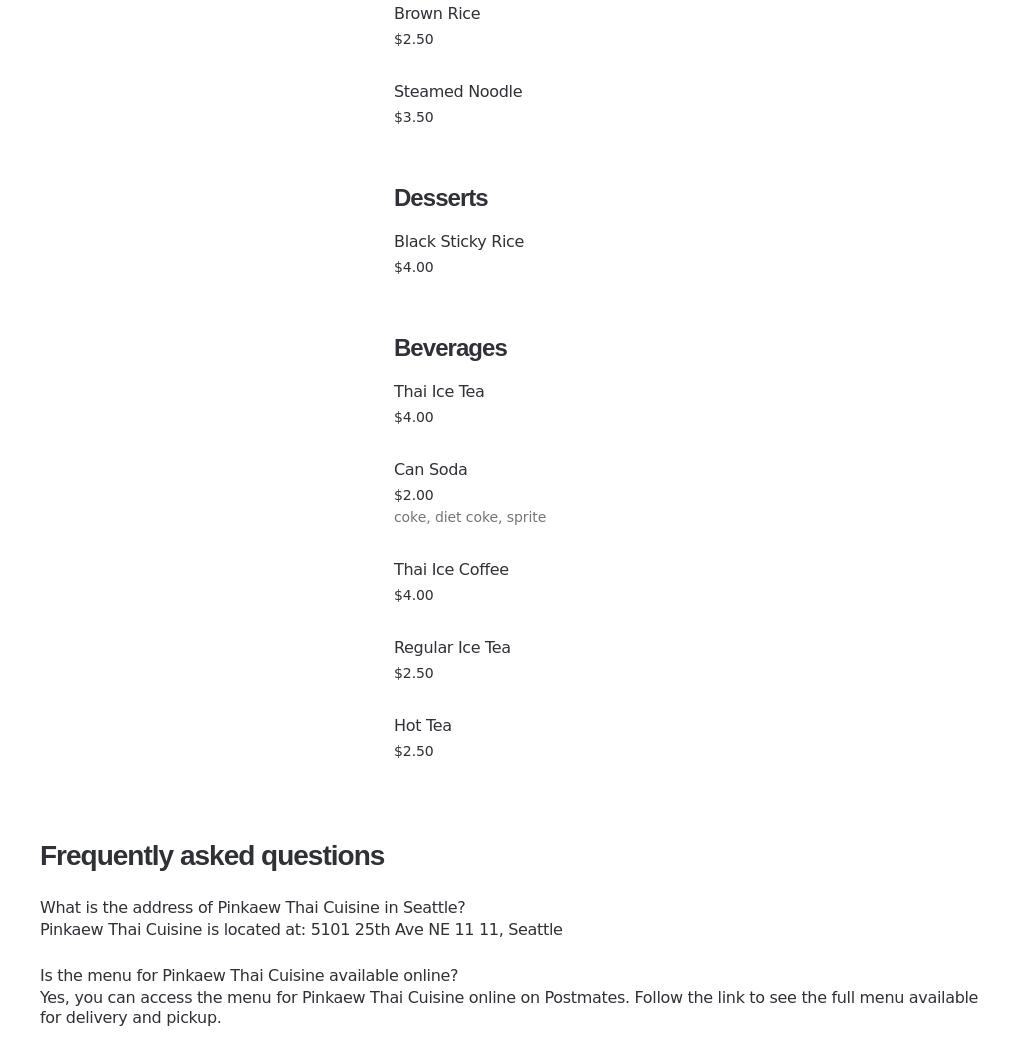 The width and height of the screenshot is (1024, 1037). What do you see at coordinates (421, 725) in the screenshot?
I see `'Hot Tea'` at bounding box center [421, 725].